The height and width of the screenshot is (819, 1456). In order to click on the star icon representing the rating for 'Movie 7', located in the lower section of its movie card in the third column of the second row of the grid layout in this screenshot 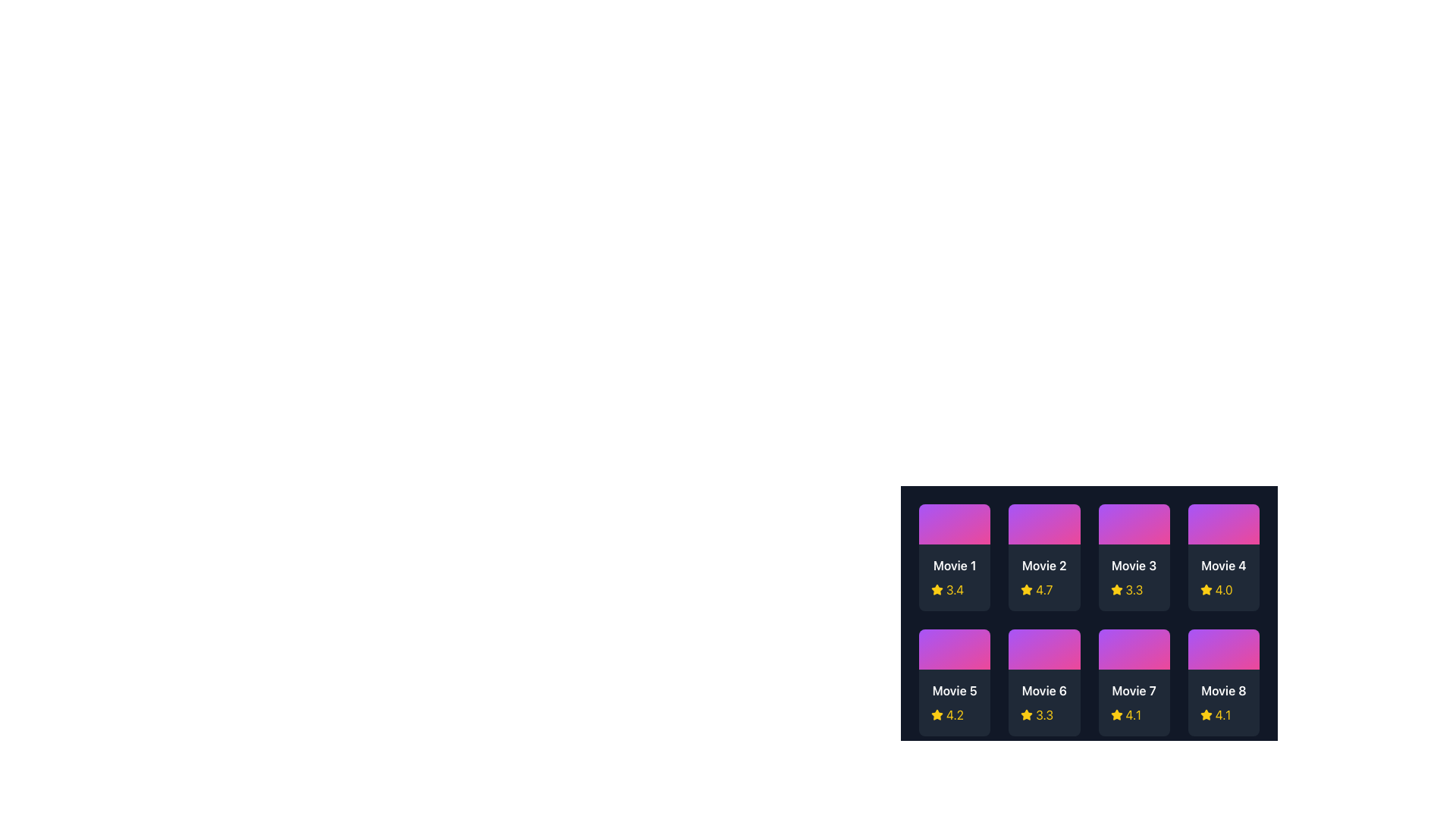, I will do `click(1116, 714)`.